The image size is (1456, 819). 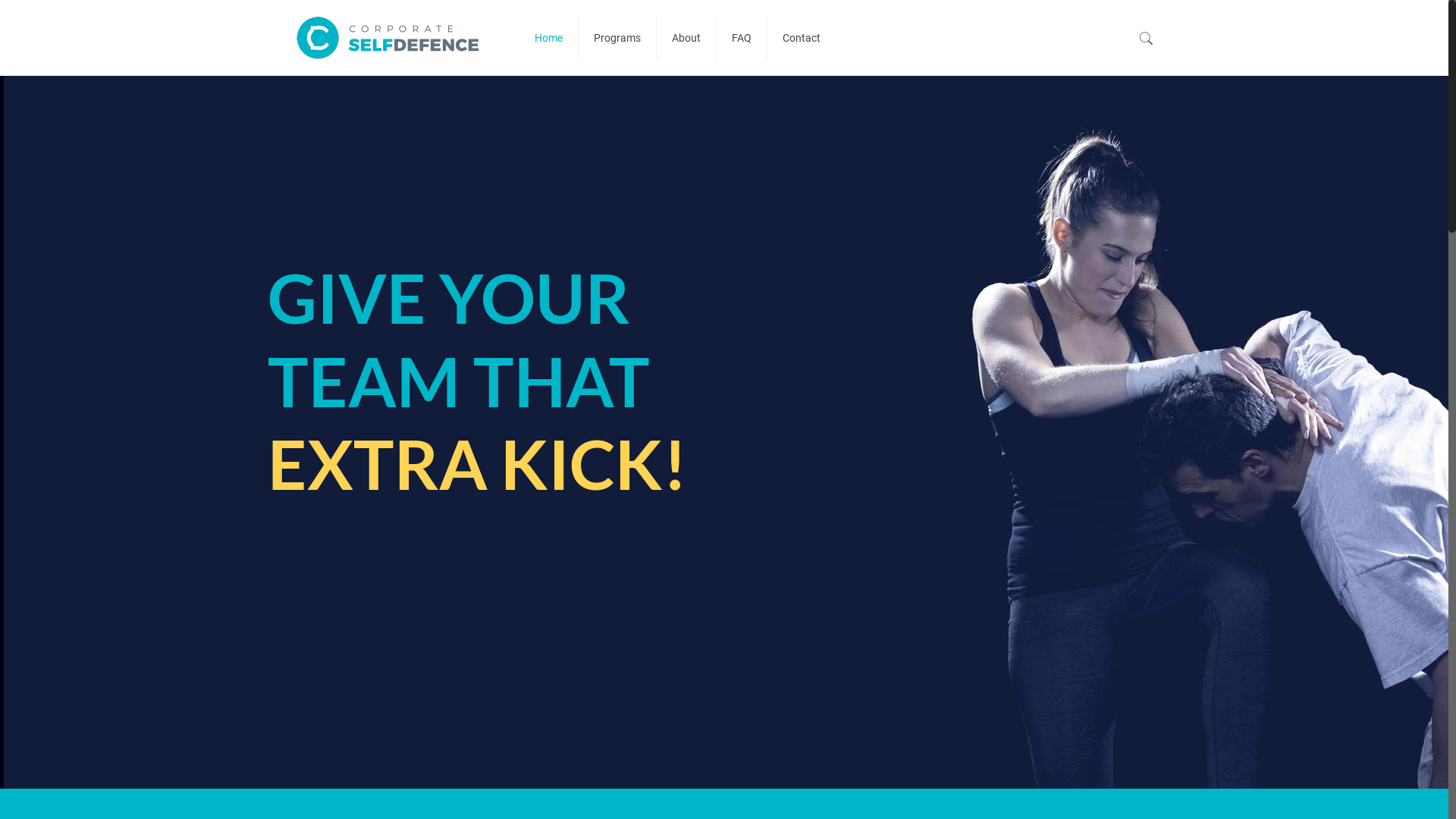 What do you see at coordinates (548, 37) in the screenshot?
I see `'Home'` at bounding box center [548, 37].